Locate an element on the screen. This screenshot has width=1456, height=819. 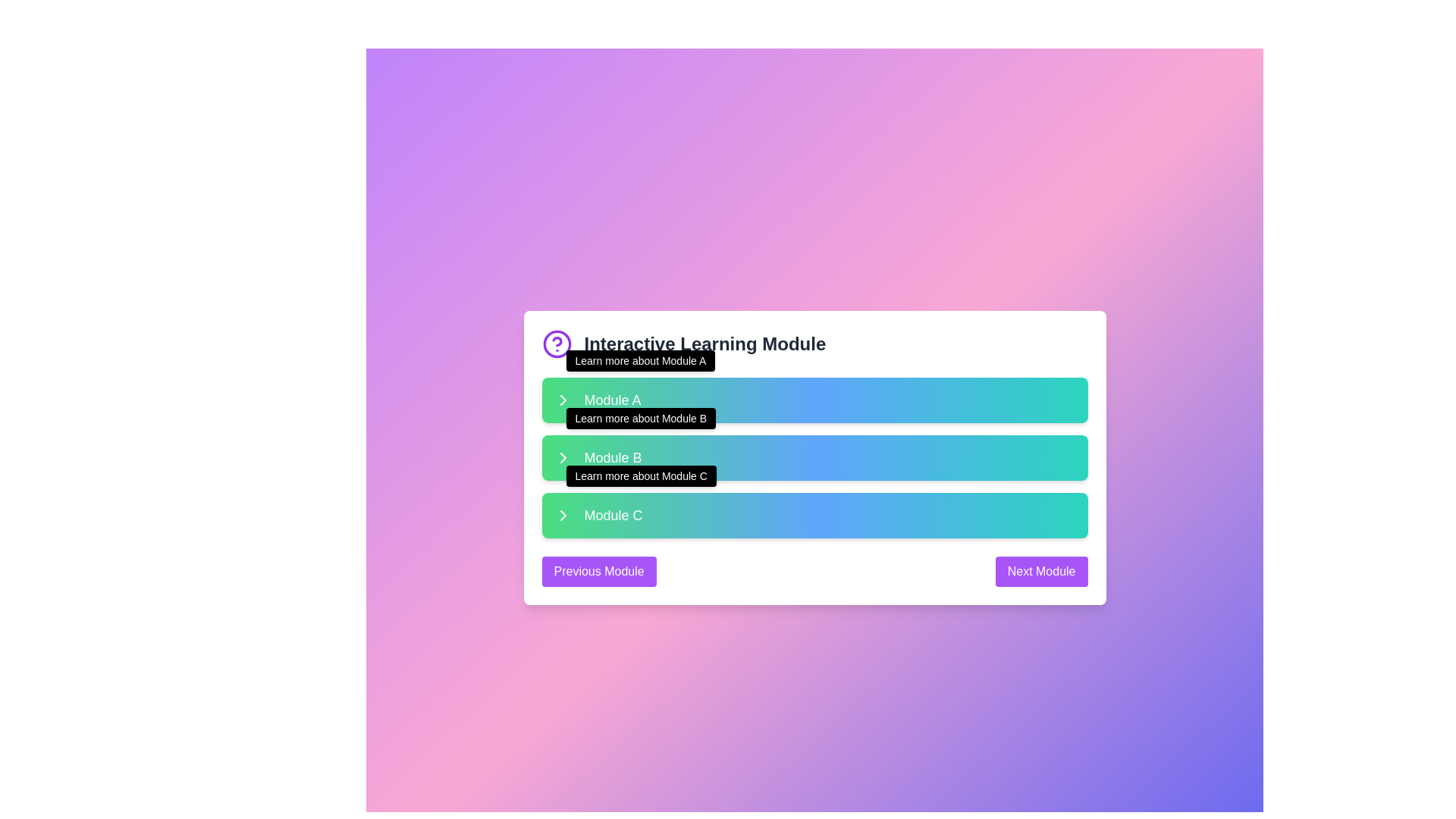
the chevron icon located at the left edge of the 'Module B' entry in the list of modules is located at coordinates (562, 457).